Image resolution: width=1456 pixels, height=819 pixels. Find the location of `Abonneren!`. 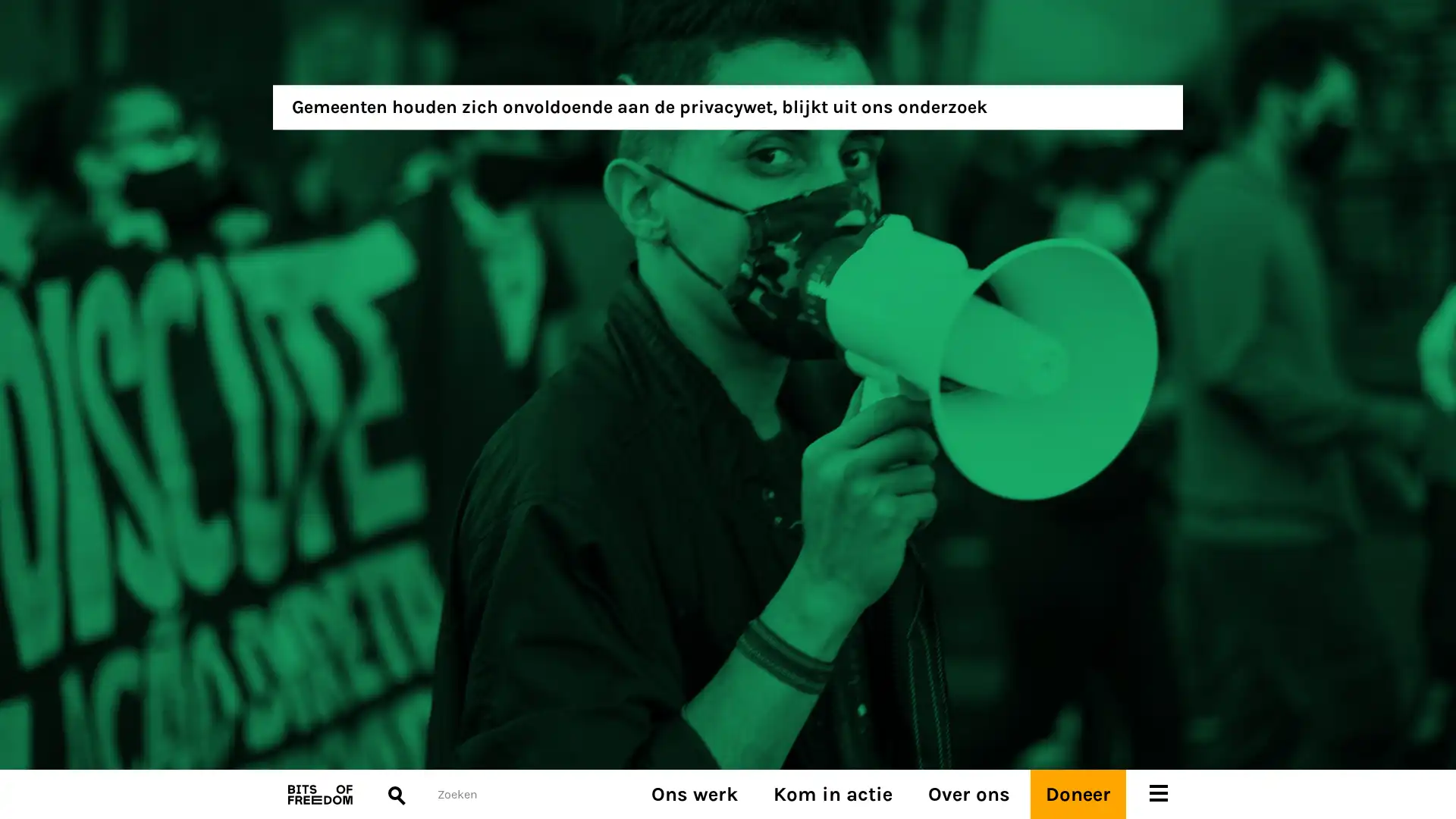

Abonneren! is located at coordinates (315, 450).